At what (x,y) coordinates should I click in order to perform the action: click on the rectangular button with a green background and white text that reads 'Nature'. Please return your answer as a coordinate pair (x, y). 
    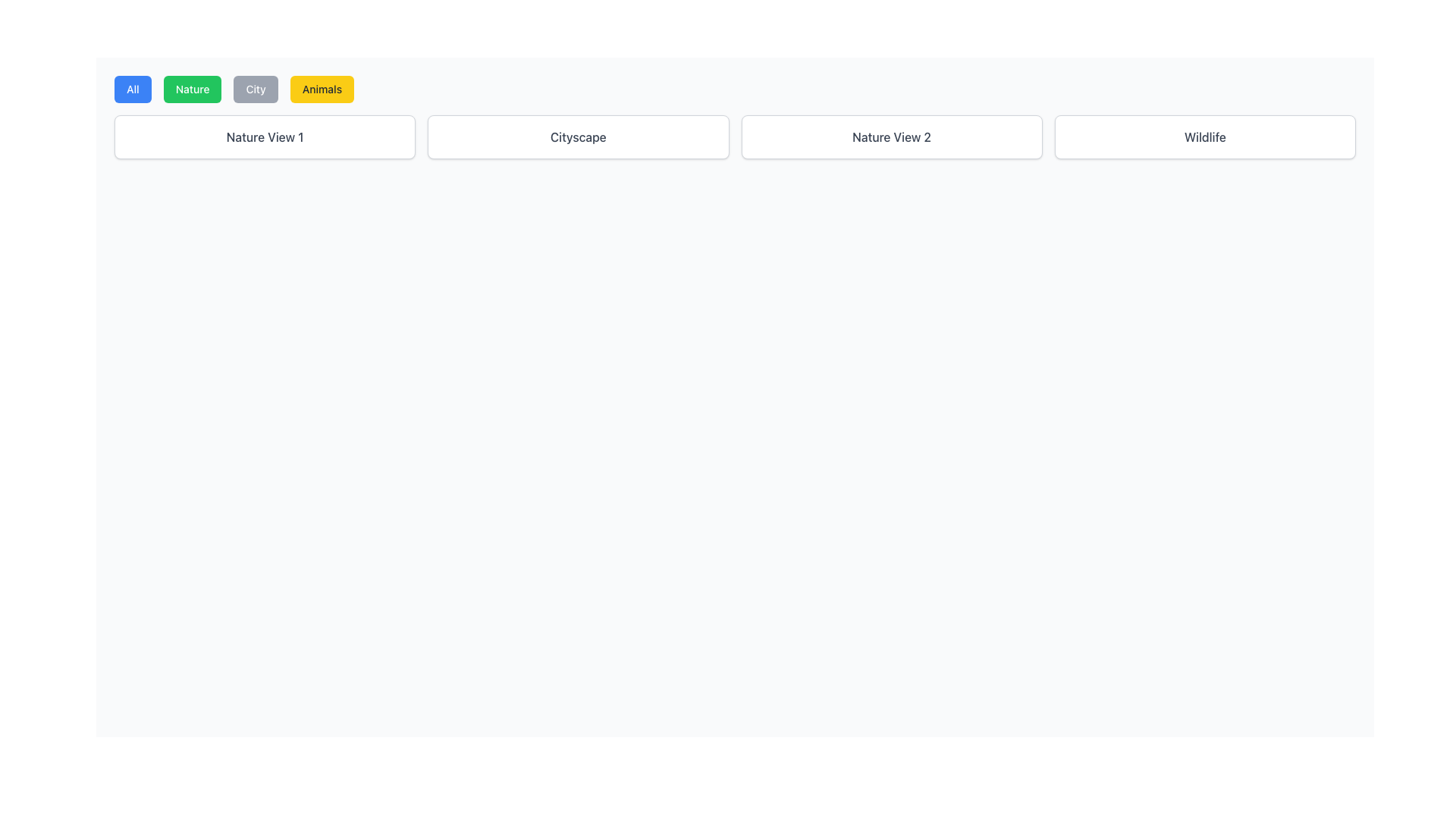
    Looking at the image, I should click on (192, 89).